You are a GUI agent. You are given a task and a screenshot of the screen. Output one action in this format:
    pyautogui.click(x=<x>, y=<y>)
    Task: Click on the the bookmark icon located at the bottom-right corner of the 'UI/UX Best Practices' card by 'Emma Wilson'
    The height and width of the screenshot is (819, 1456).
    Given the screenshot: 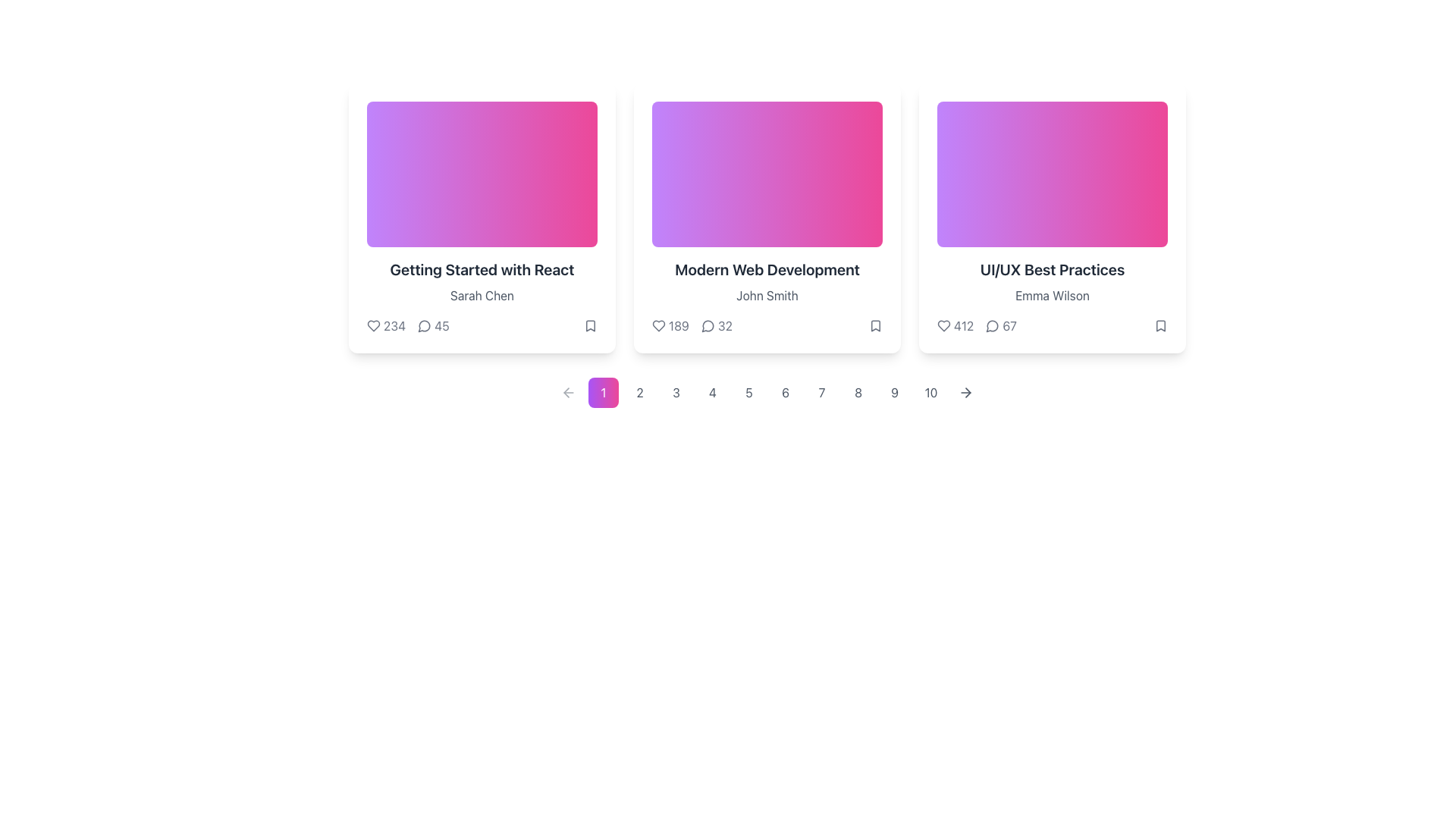 What is the action you would take?
    pyautogui.click(x=1160, y=325)
    